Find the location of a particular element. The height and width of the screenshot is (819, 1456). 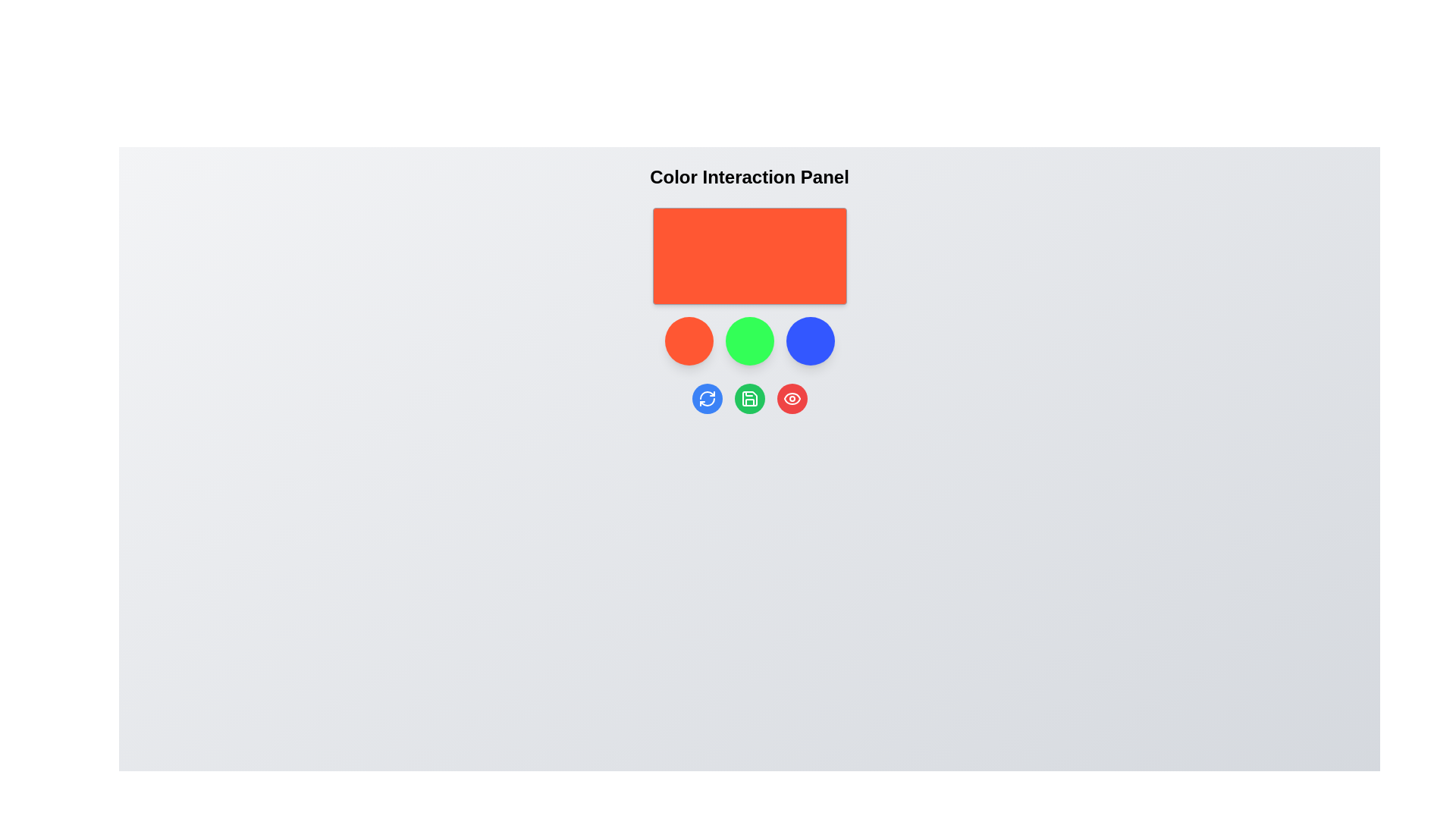

the fourth button from the left in the 'Color Interaction Panel' that has an eye icon is located at coordinates (791, 397).